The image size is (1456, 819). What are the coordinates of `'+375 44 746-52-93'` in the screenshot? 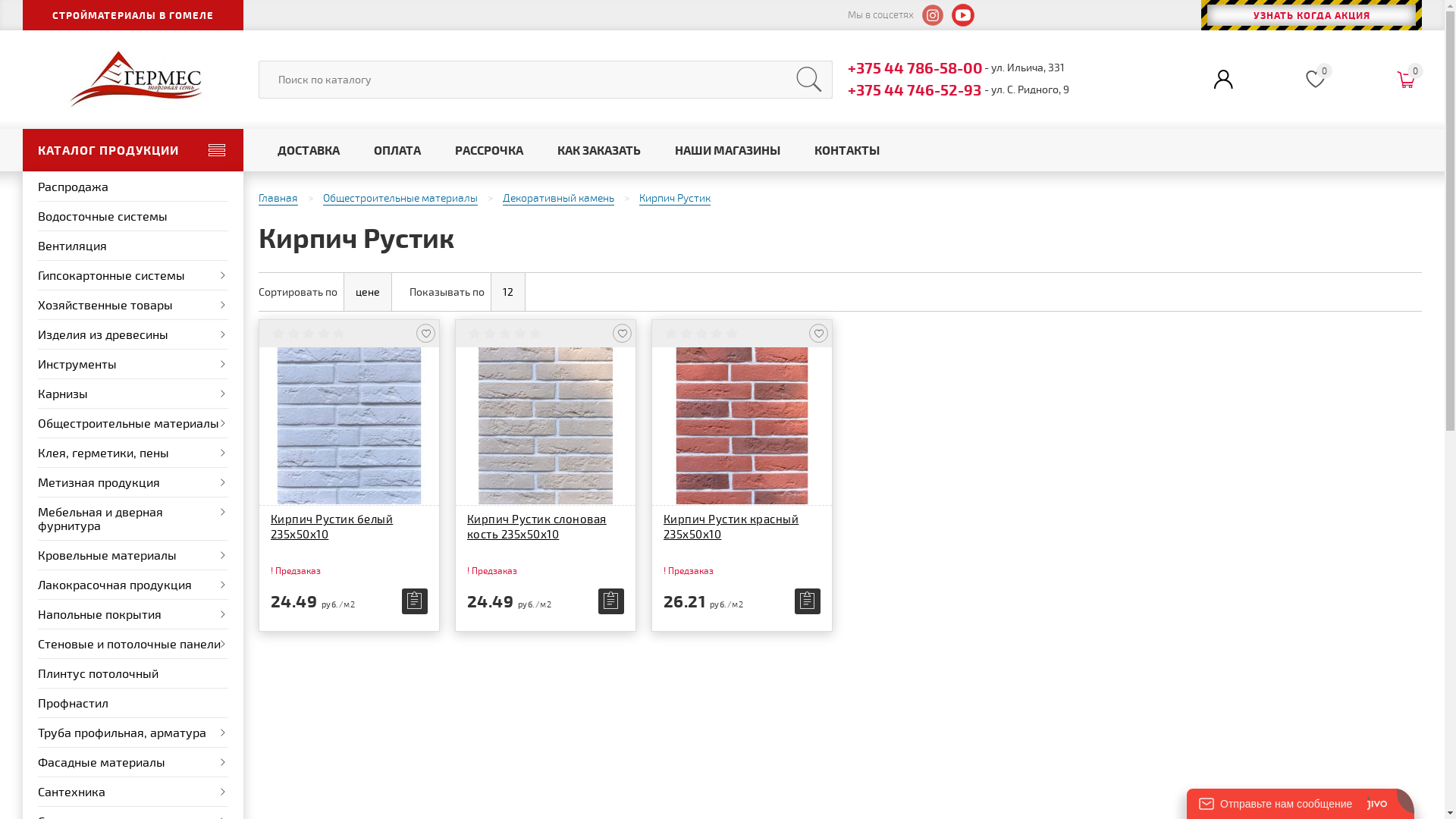 It's located at (847, 89).